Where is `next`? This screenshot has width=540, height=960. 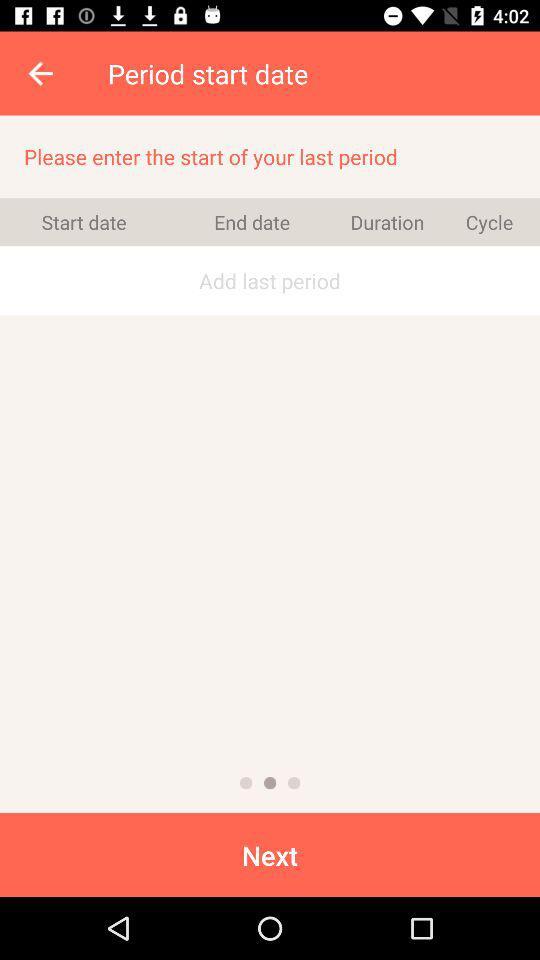
next is located at coordinates (270, 853).